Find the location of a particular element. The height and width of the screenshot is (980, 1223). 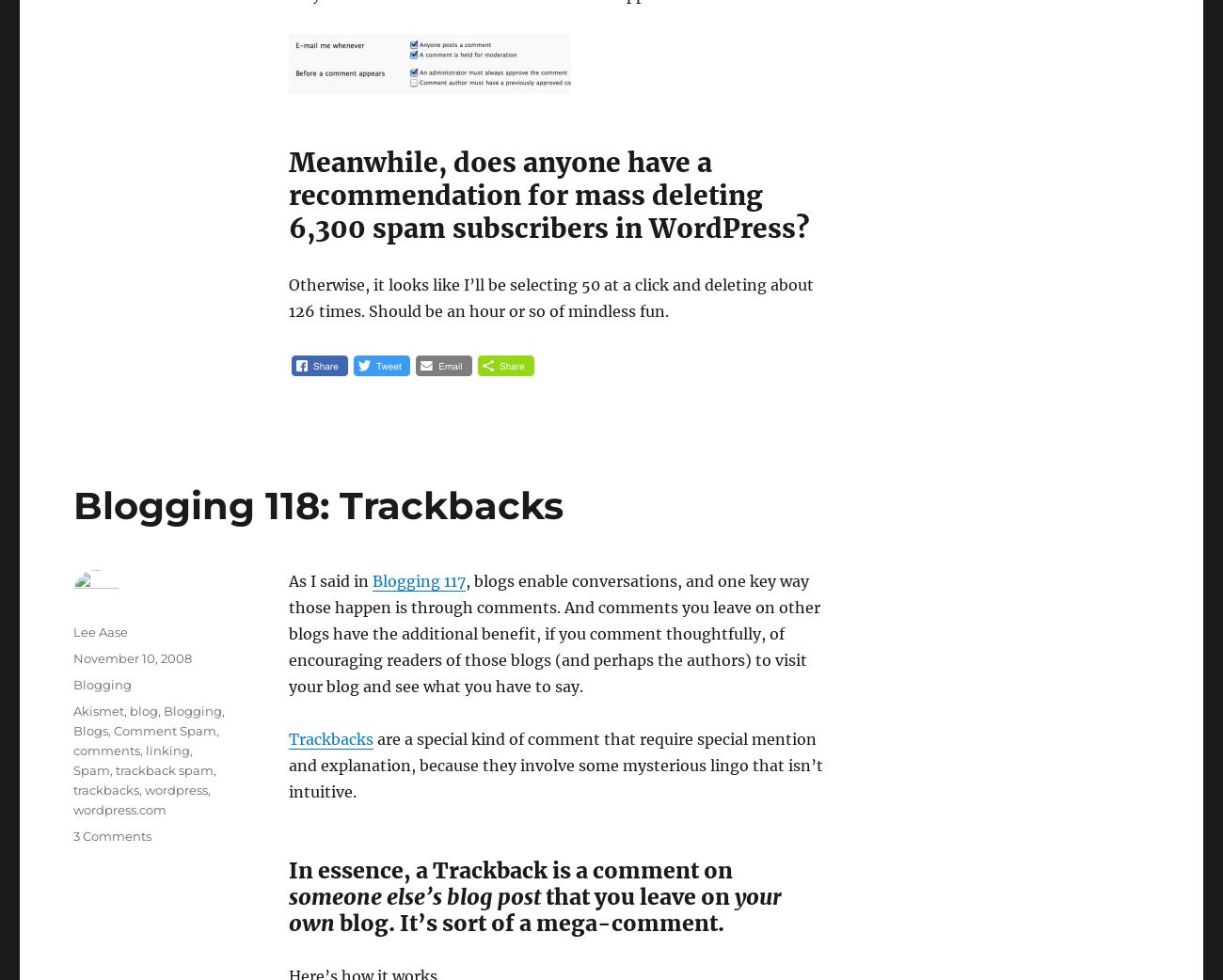

'someone else’s blog post' is located at coordinates (288, 895).